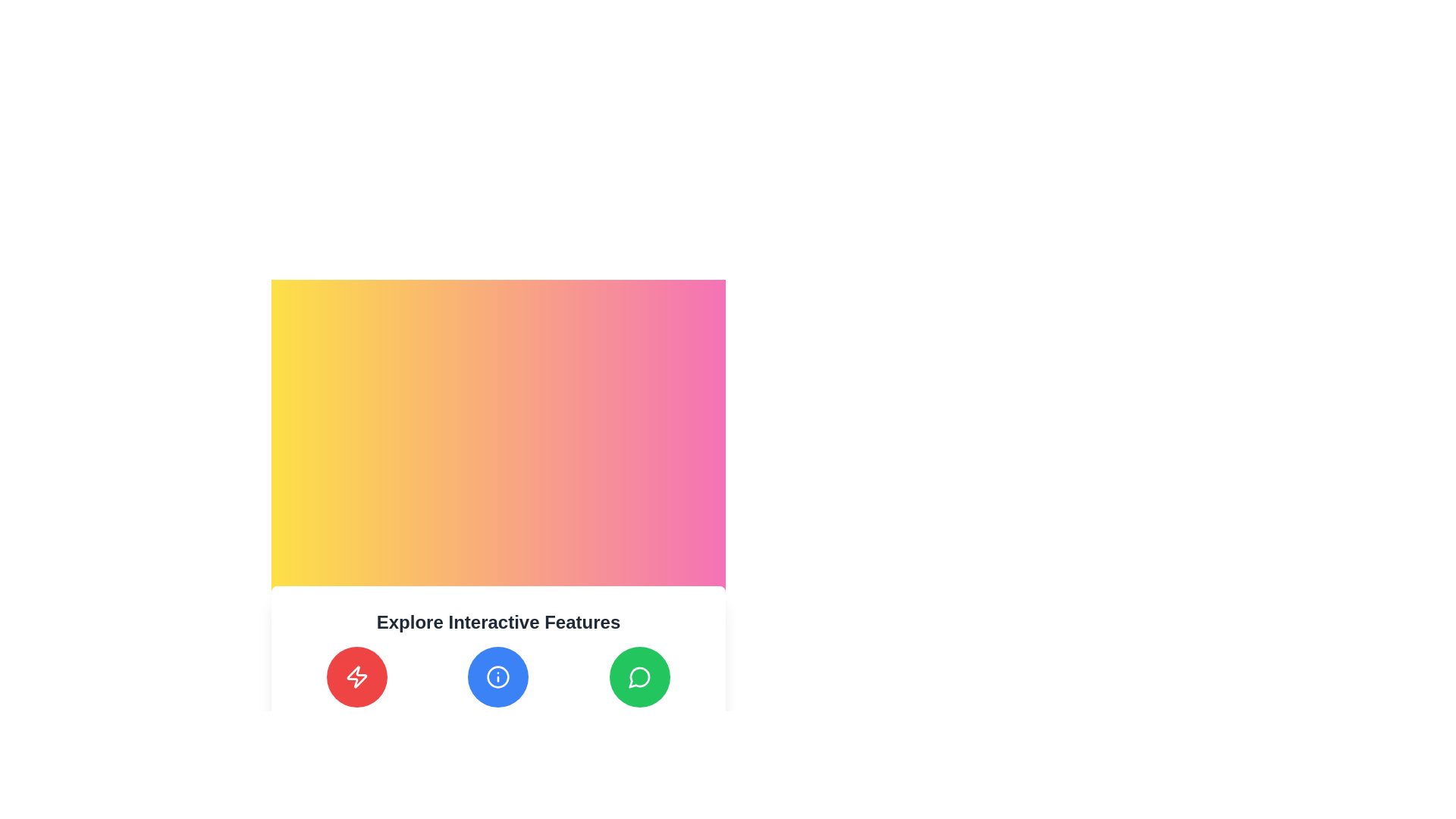  Describe the element at coordinates (356, 676) in the screenshot. I see `the icon within the circular button located to the far left of the row of similar buttons below the 'Explore Interactive Features' text prompt` at that location.